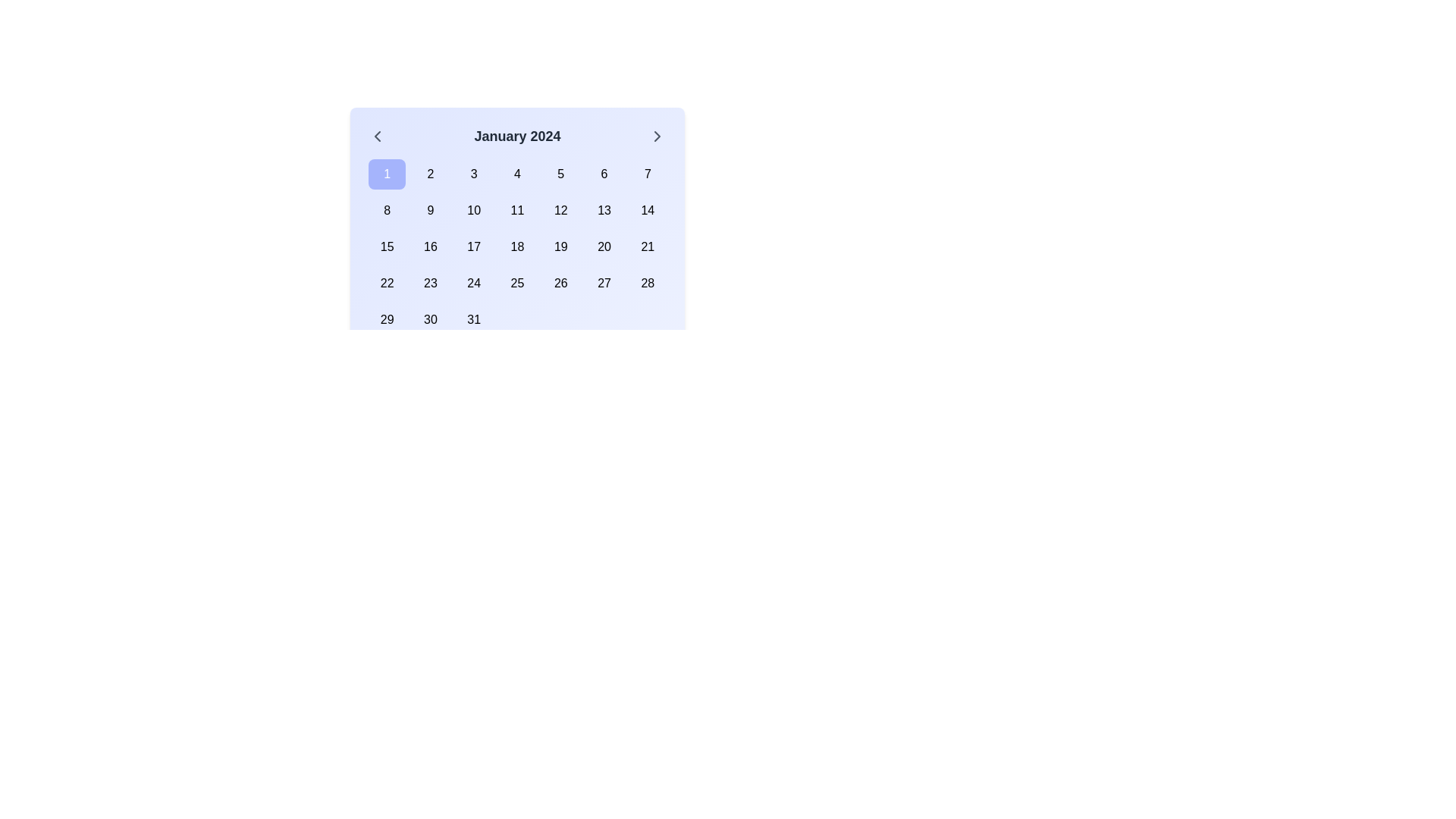 Image resolution: width=1456 pixels, height=819 pixels. Describe the element at coordinates (657, 136) in the screenshot. I see `the right-facing chevron button` at that location.